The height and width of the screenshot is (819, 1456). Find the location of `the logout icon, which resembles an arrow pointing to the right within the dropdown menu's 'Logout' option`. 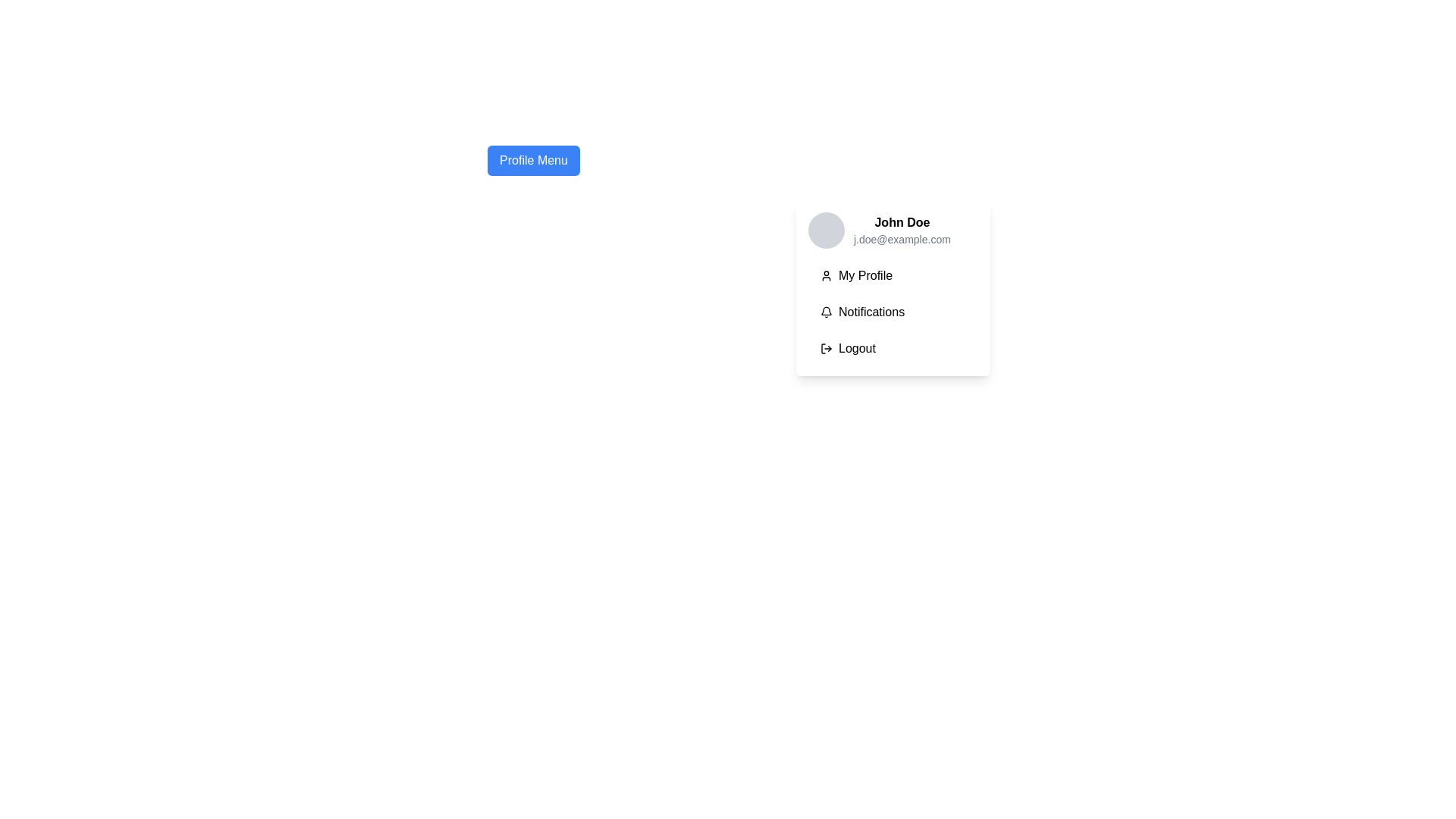

the logout icon, which resembles an arrow pointing to the right within the dropdown menu's 'Logout' option is located at coordinates (825, 348).